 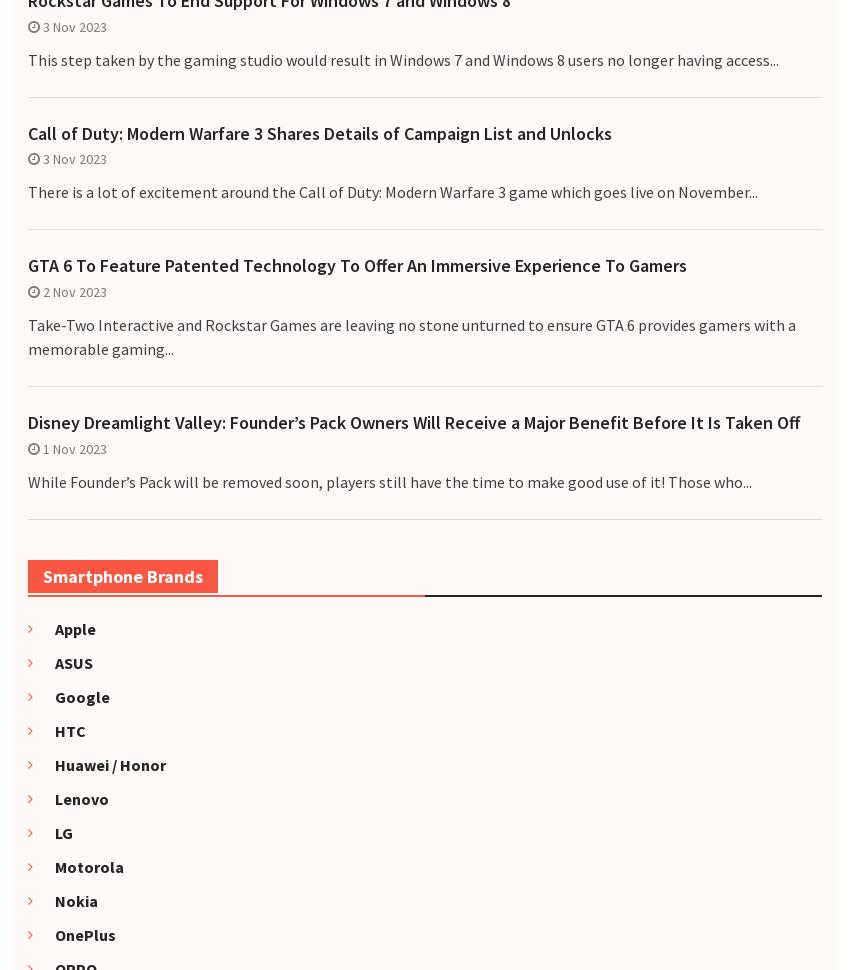 What do you see at coordinates (101, 762) in the screenshot?
I see `'Huawei / Honor'` at bounding box center [101, 762].